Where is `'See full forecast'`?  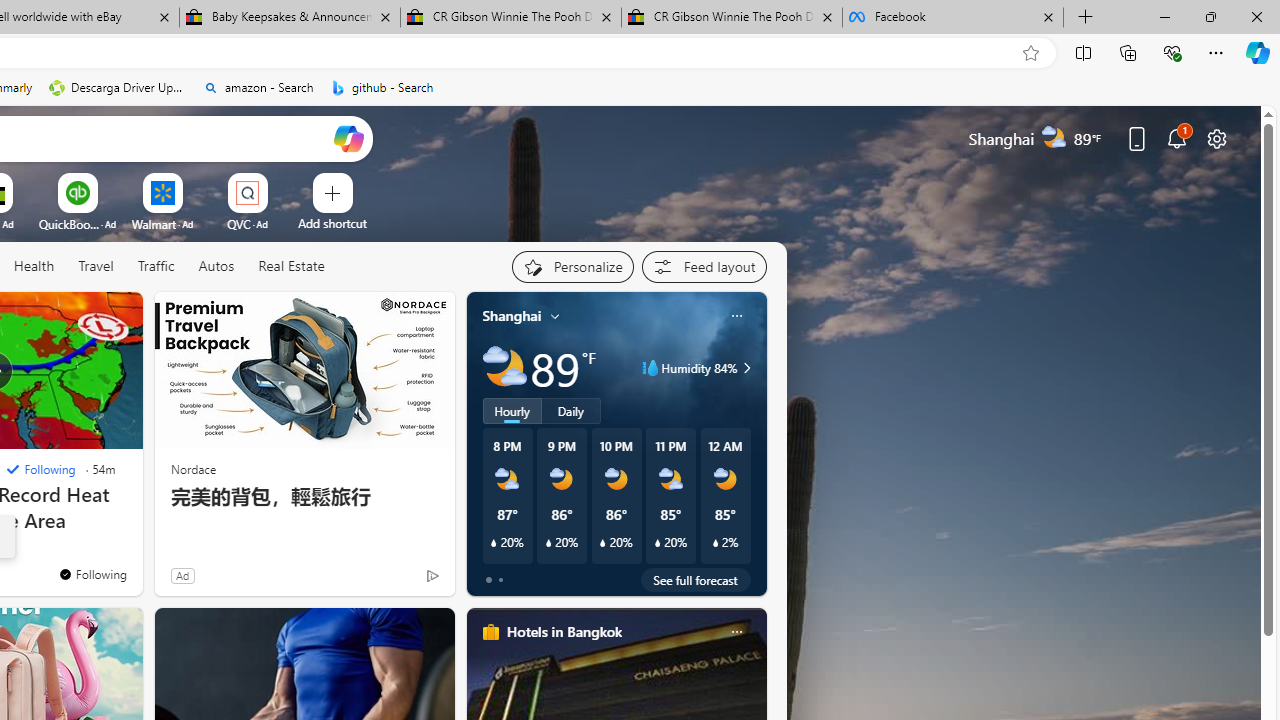
'See full forecast' is located at coordinates (695, 579).